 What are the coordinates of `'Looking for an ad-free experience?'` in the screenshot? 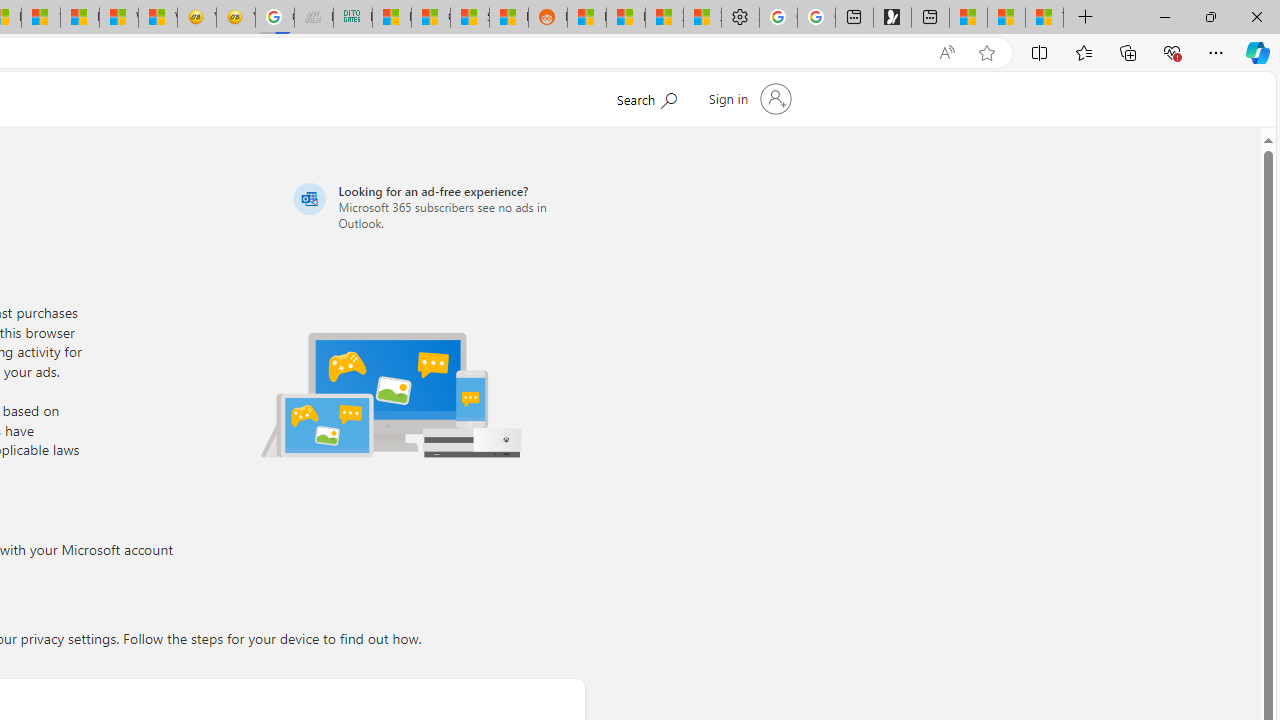 It's located at (435, 206).